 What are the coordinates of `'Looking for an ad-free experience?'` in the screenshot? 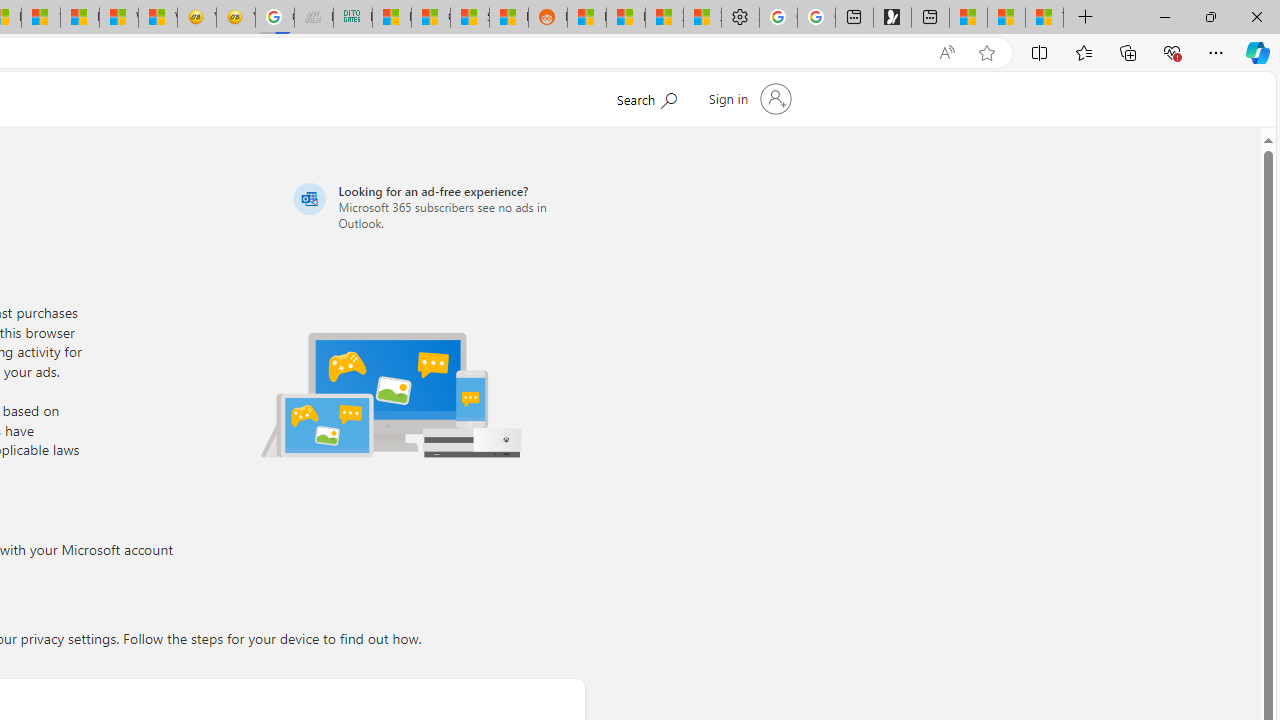 It's located at (435, 206).